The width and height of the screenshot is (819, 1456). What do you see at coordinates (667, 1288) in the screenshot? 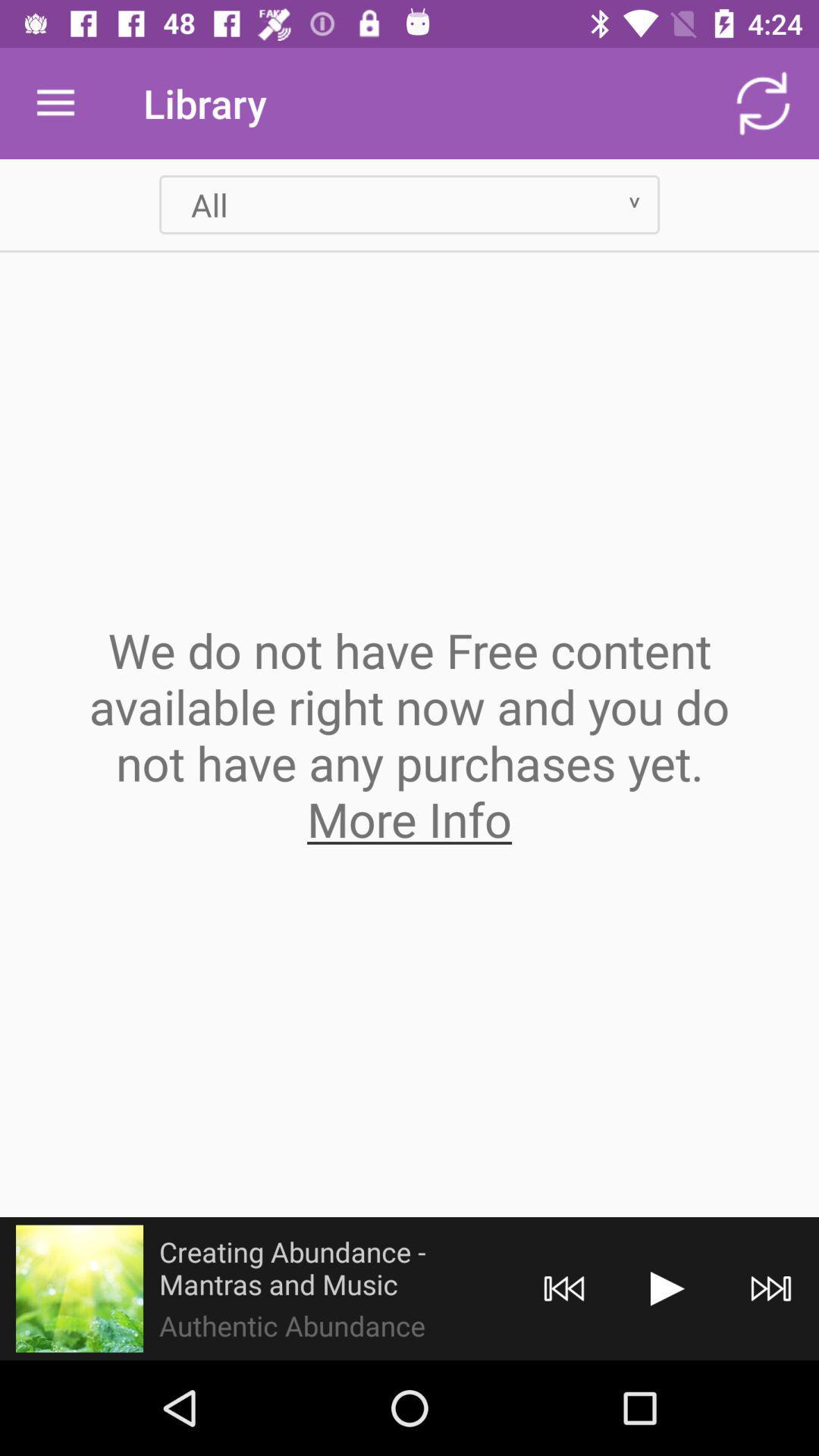
I see `next sample` at bounding box center [667, 1288].